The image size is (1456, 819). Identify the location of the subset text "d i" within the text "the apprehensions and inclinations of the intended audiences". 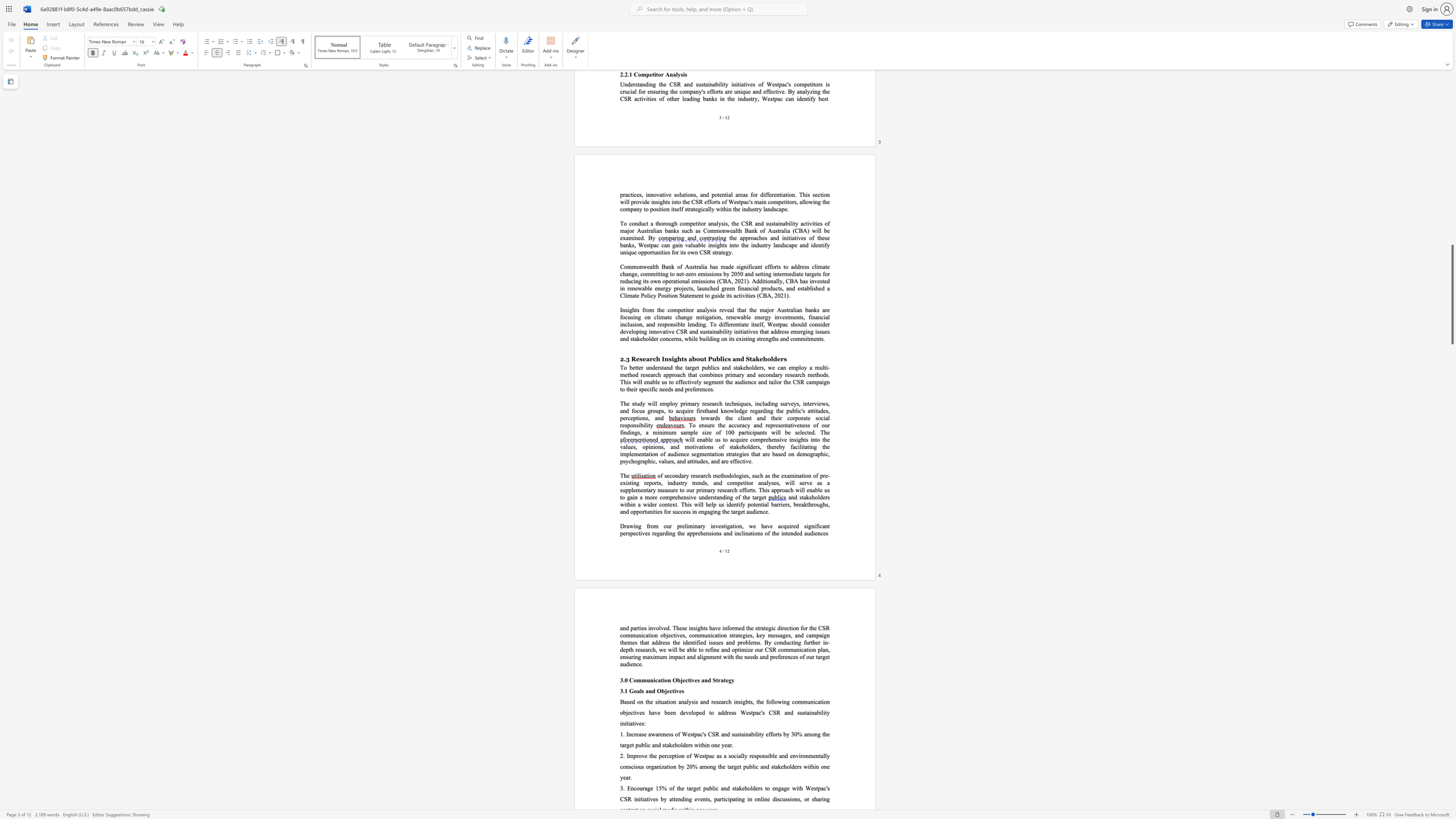
(729, 533).